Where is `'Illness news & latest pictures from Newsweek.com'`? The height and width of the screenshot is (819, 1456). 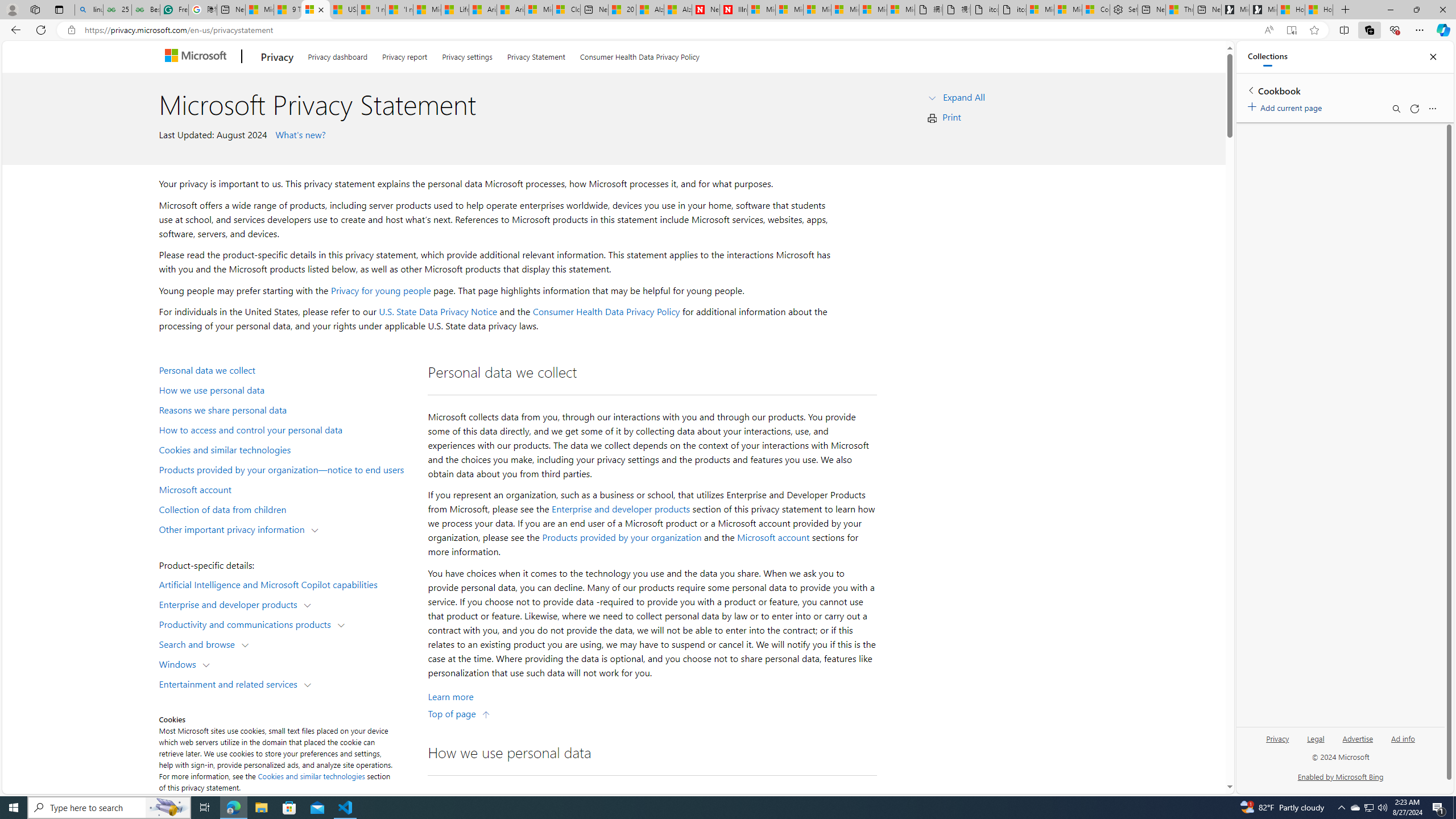 'Illness news & latest pictures from Newsweek.com' is located at coordinates (733, 9).